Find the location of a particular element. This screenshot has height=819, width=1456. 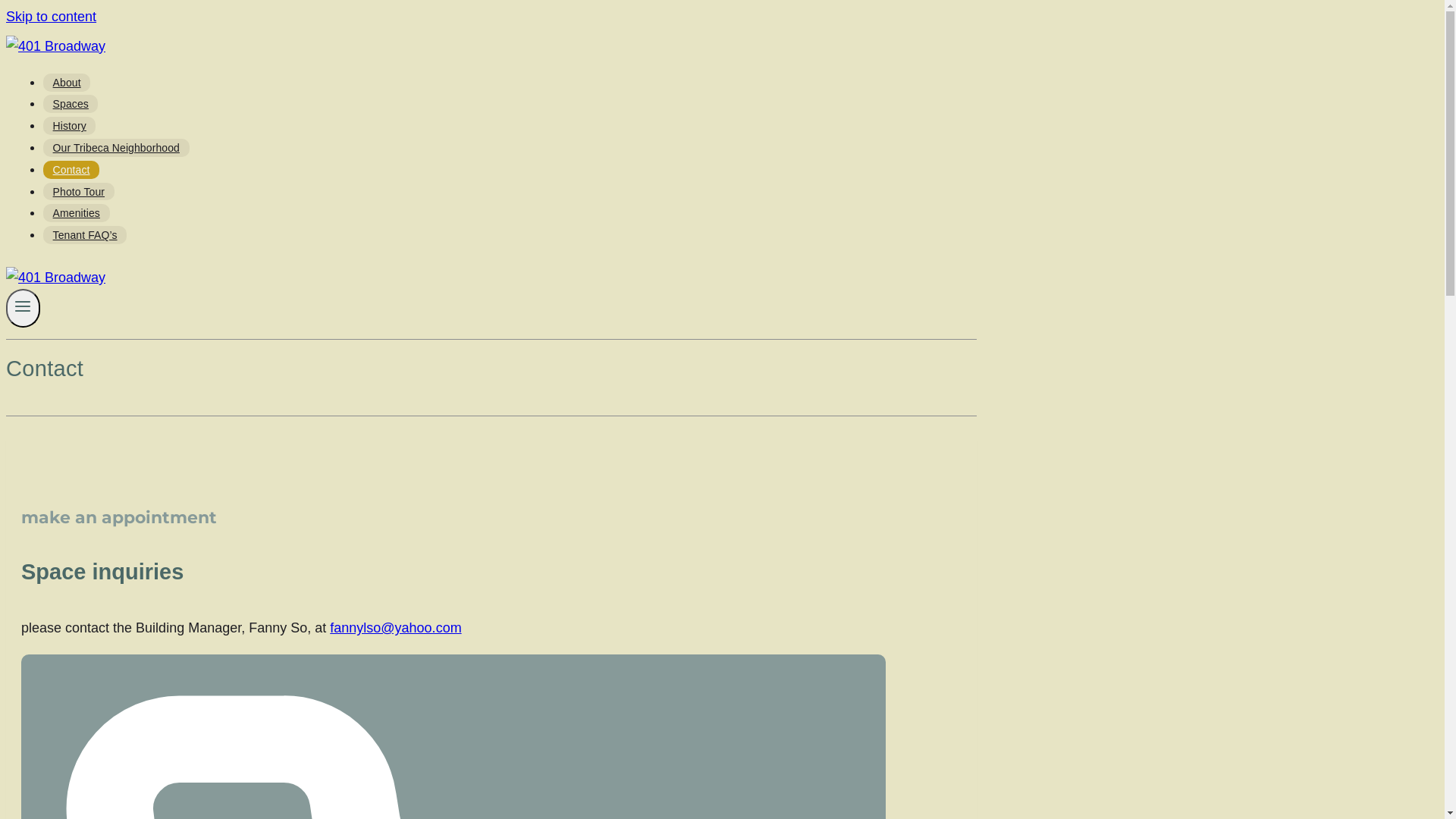

'Toggle Menu' is located at coordinates (23, 307).